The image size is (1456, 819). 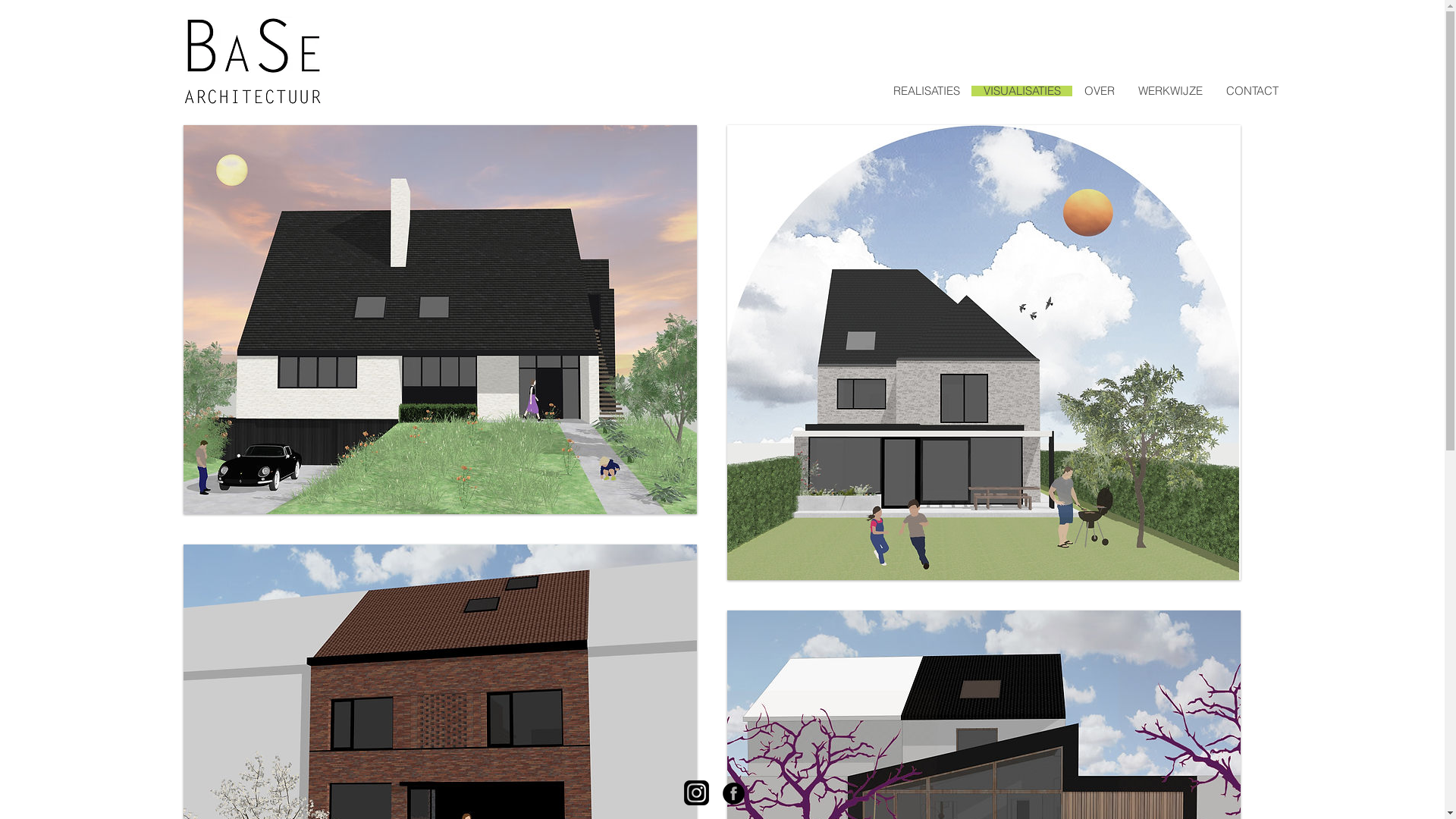 What do you see at coordinates (695, 792) in the screenshot?
I see `'instagram.png'` at bounding box center [695, 792].